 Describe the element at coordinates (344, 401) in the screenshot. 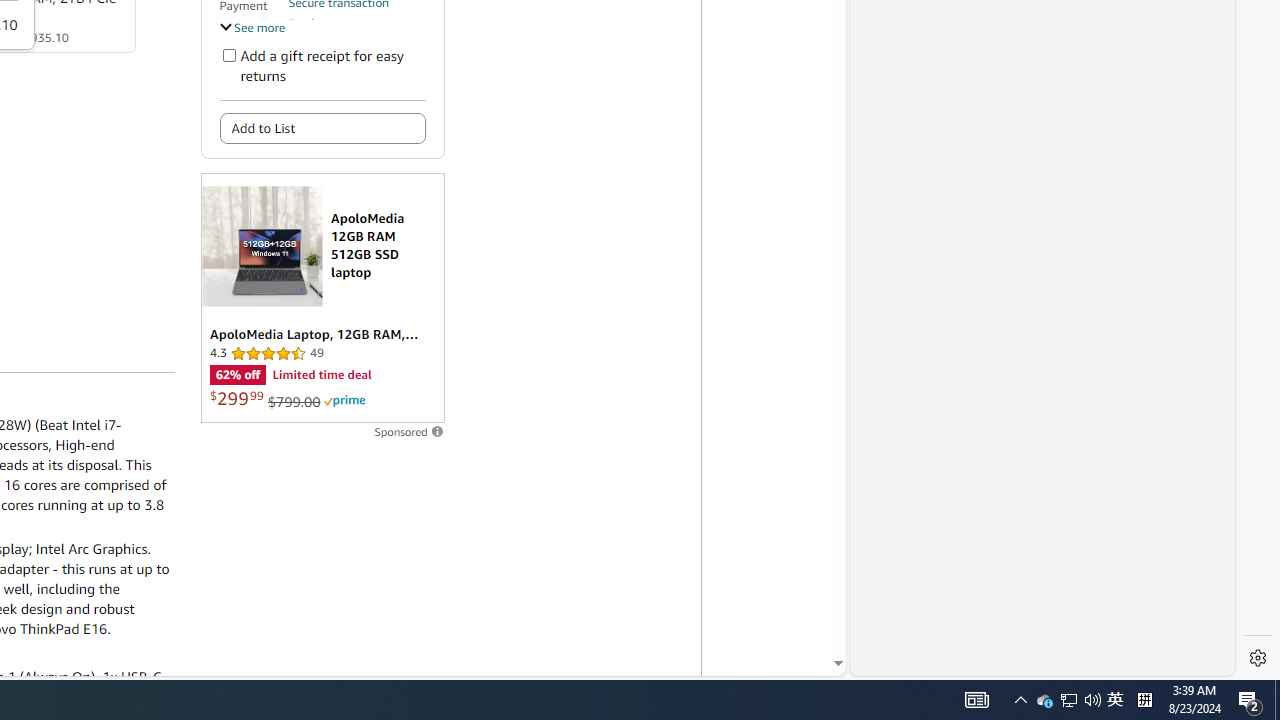

I see `'Prime'` at that location.